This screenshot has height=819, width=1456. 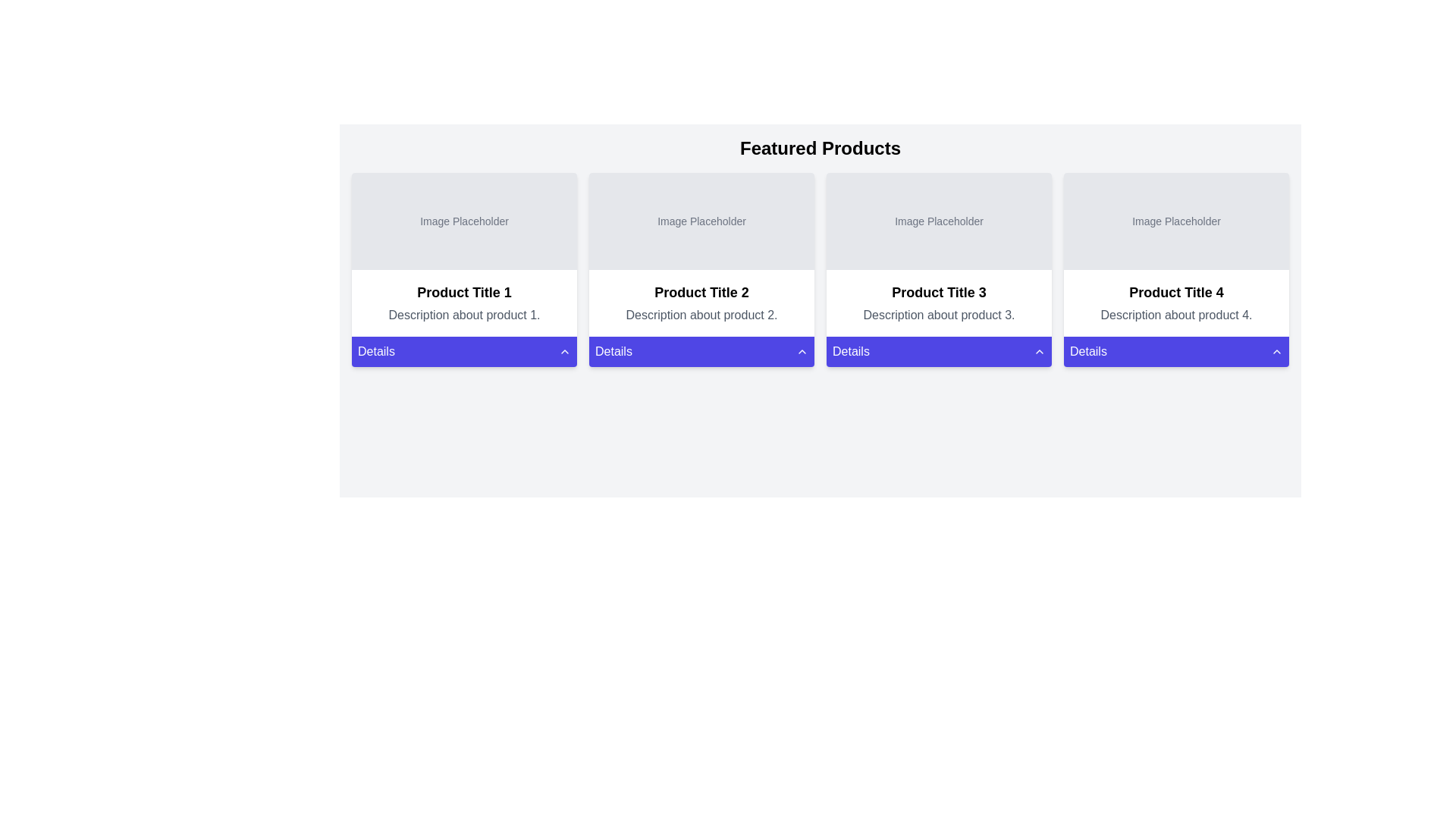 What do you see at coordinates (1087, 351) in the screenshot?
I see `the text label located in the bottom section of the fourth card in a row of similar cards` at bounding box center [1087, 351].